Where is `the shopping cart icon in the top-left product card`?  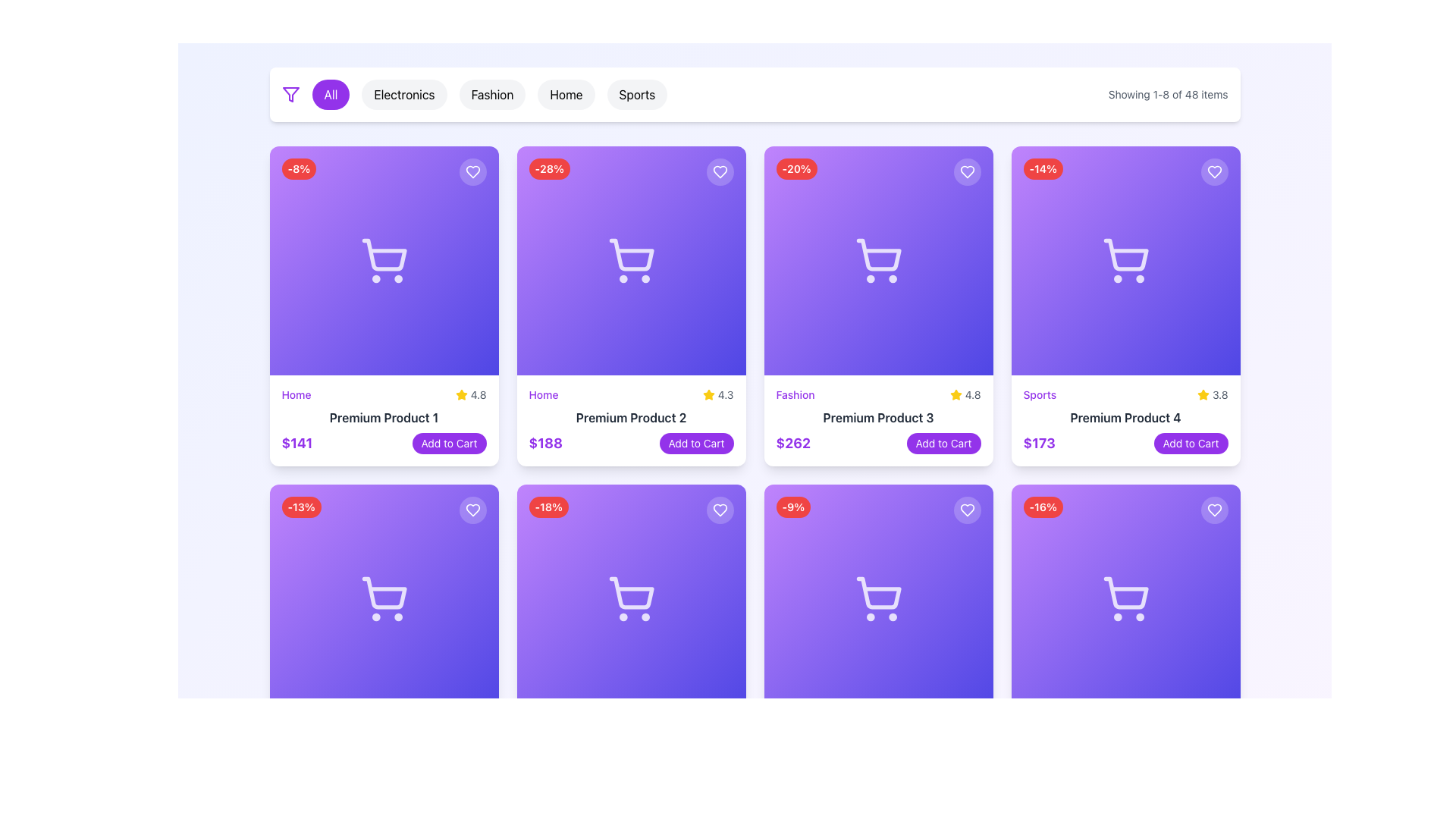 the shopping cart icon in the top-left product card is located at coordinates (384, 254).